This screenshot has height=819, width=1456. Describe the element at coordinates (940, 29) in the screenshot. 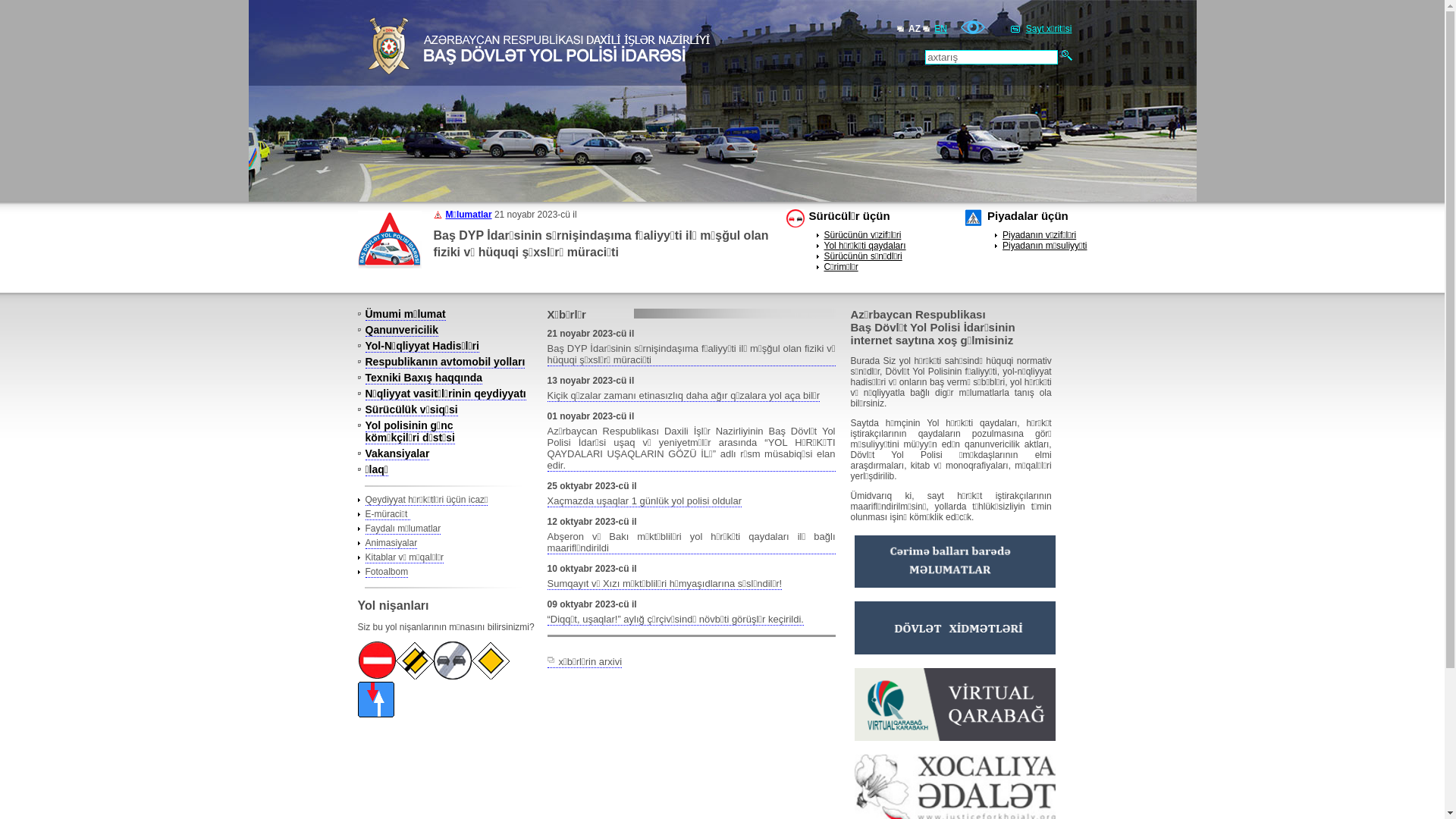

I see `'EN'` at that location.